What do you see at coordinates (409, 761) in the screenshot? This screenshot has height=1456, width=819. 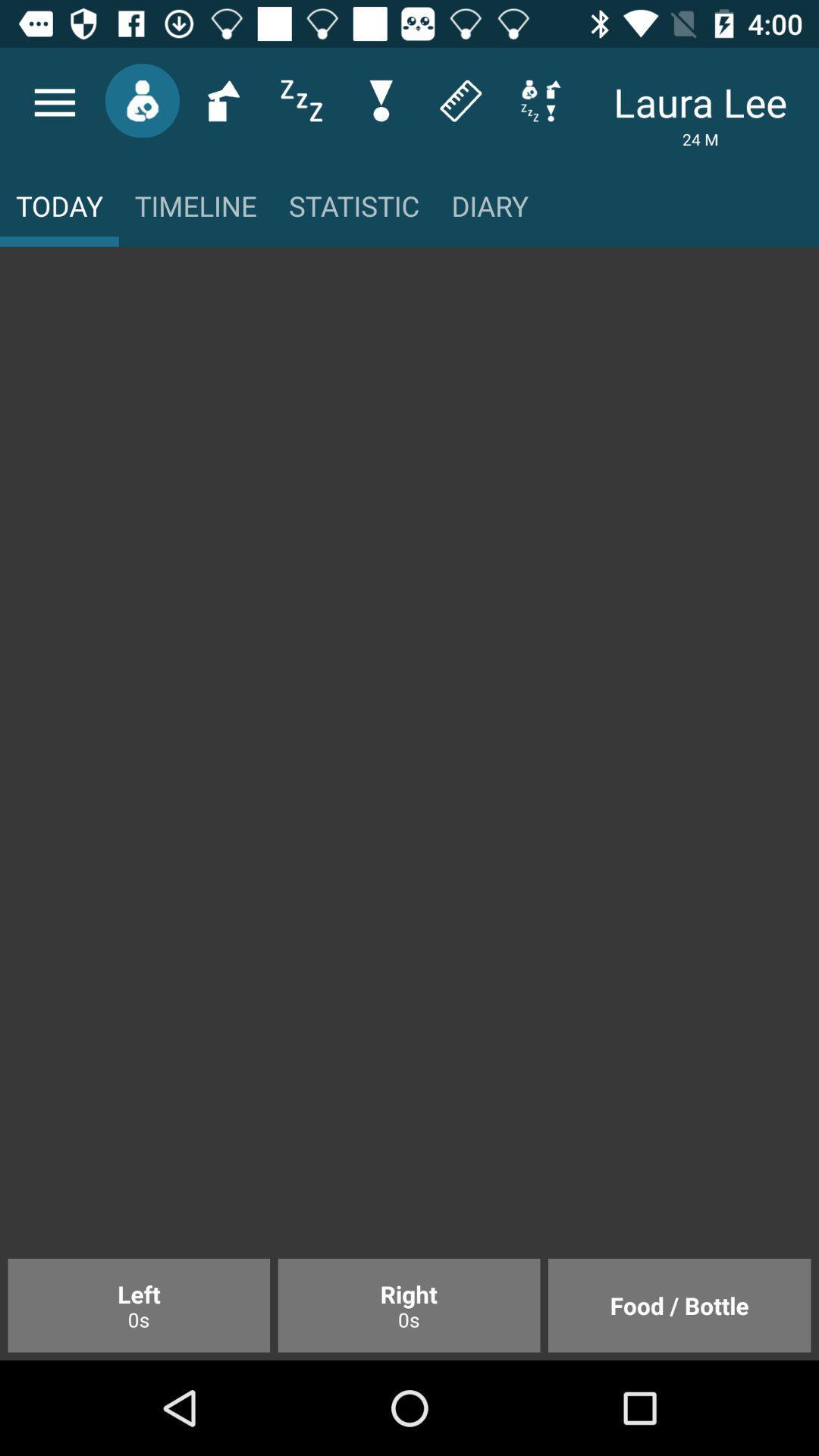 I see `the icon at the center` at bounding box center [409, 761].